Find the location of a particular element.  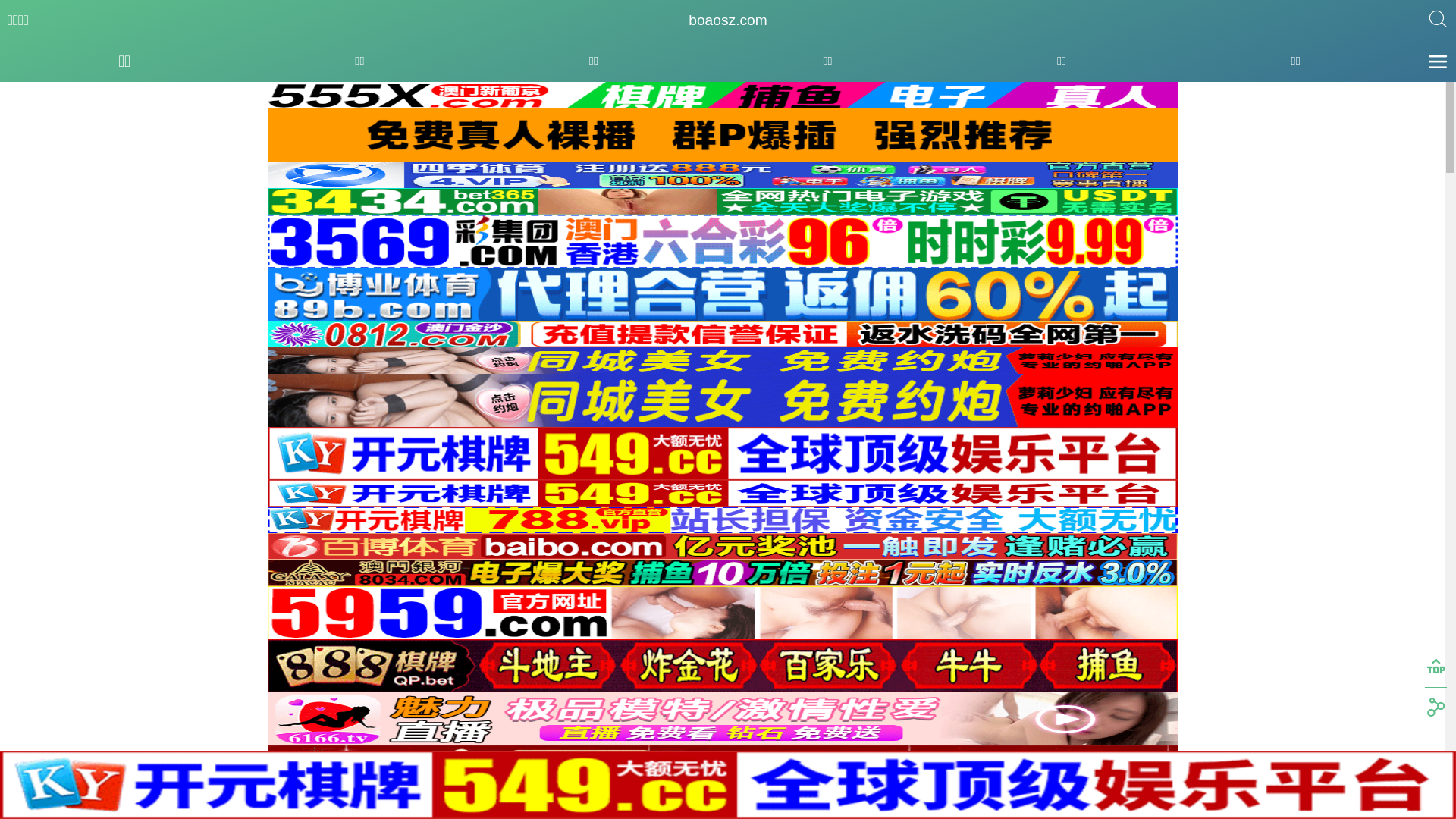

'boaosz.com' is located at coordinates (726, 20).